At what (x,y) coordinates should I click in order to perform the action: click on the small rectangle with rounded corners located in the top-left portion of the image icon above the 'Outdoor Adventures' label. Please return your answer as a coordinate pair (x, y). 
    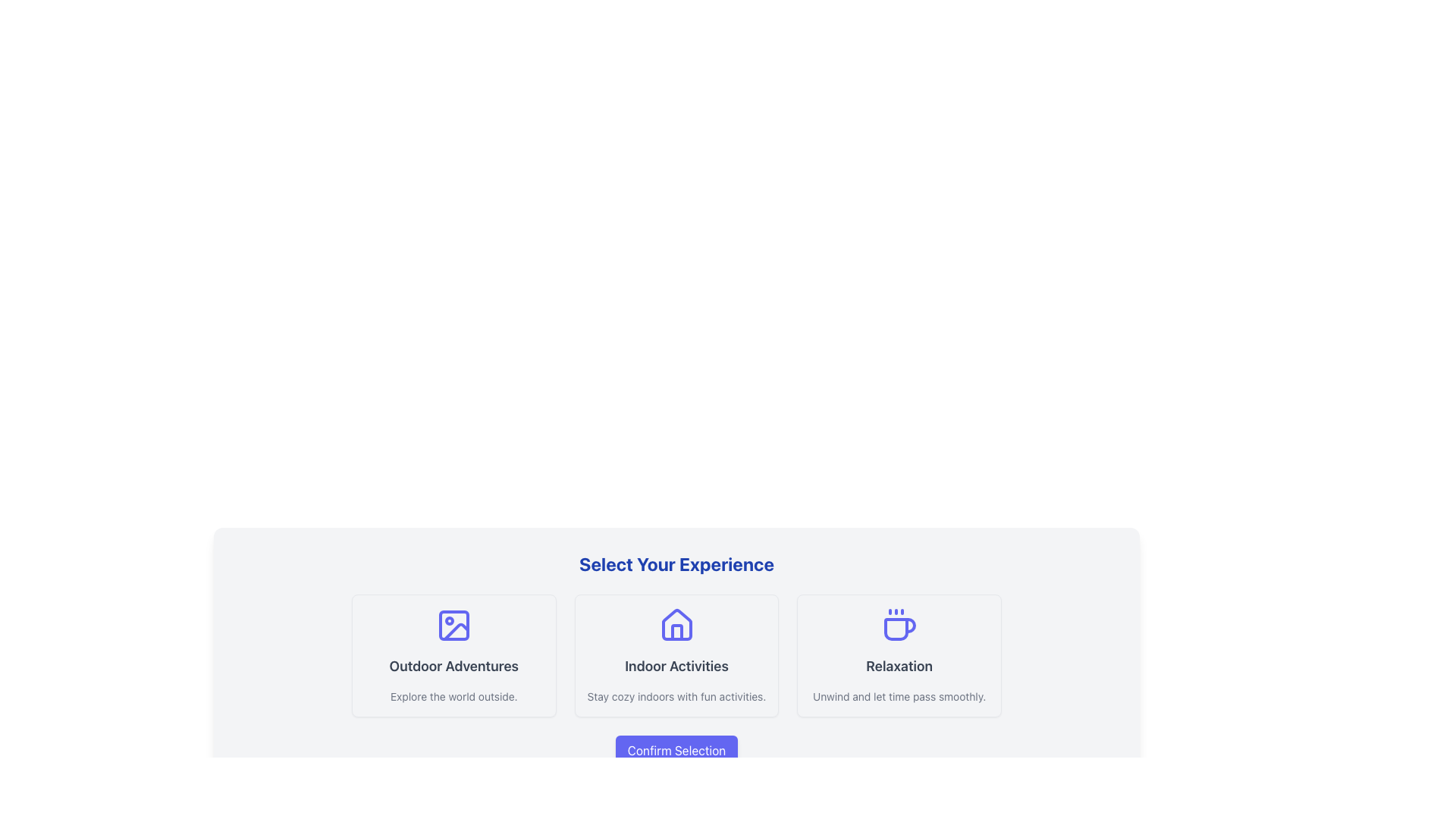
    Looking at the image, I should click on (453, 626).